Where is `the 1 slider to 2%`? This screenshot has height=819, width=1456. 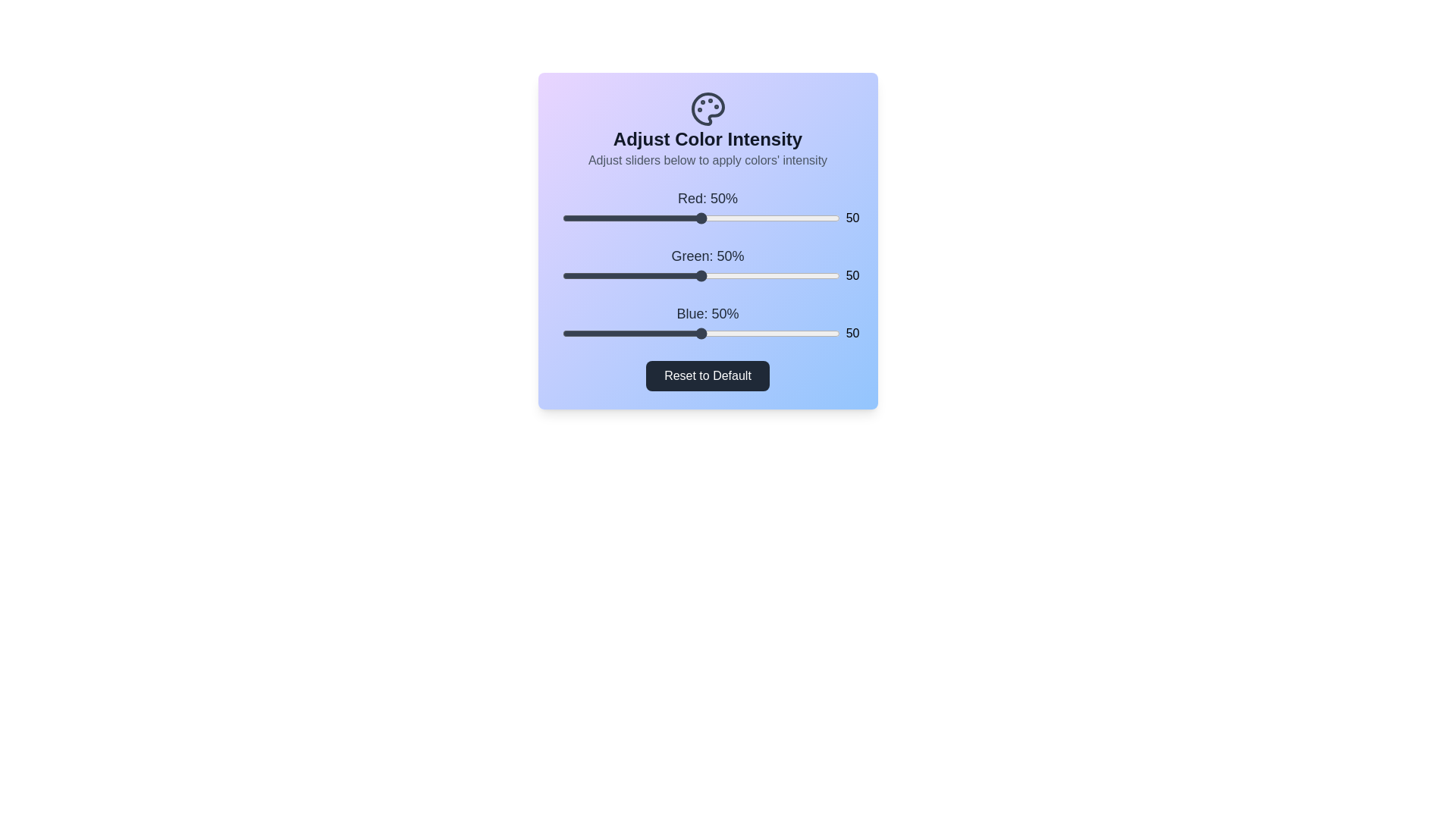 the 1 slider to 2% is located at coordinates (566, 275).